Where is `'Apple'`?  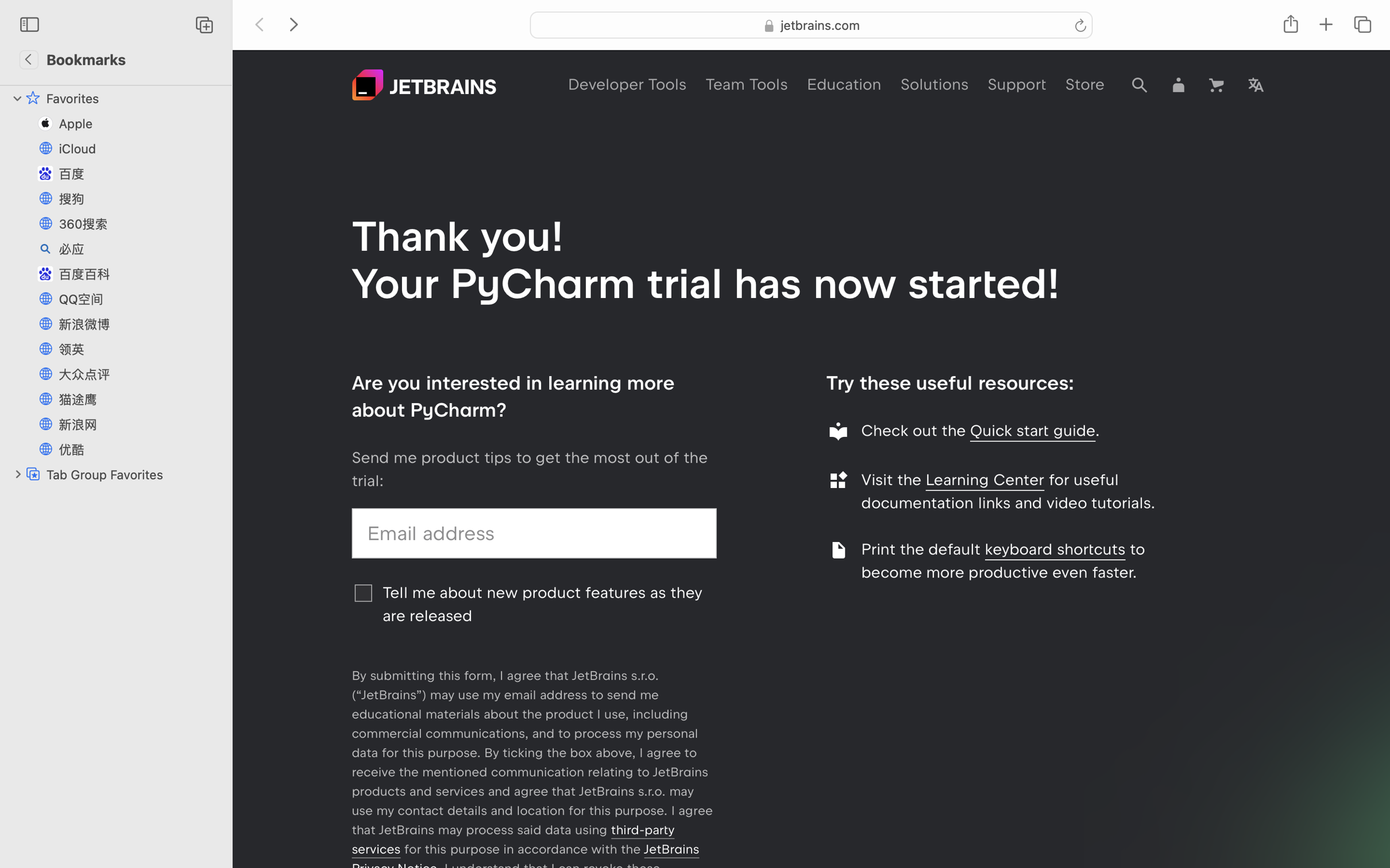 'Apple' is located at coordinates (140, 122).